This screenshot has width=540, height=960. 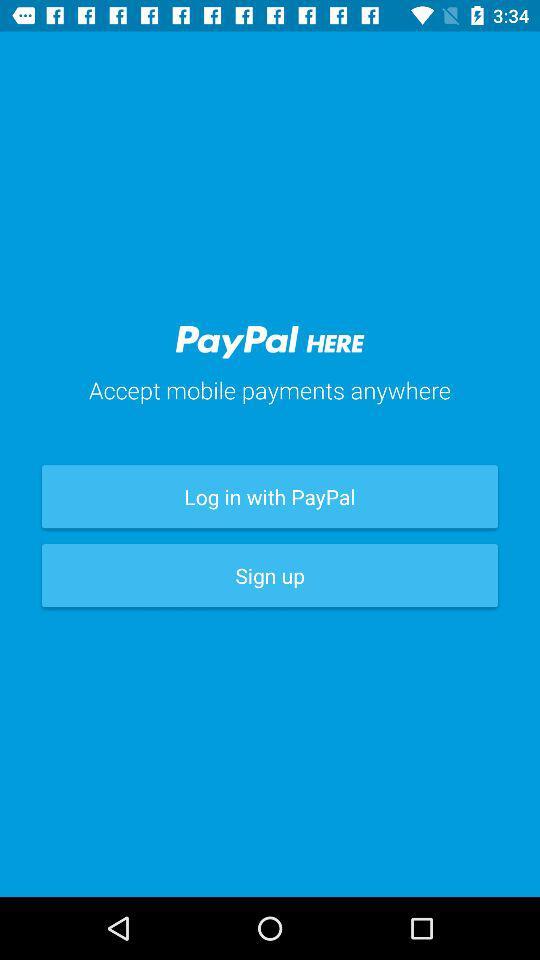 What do you see at coordinates (270, 495) in the screenshot?
I see `the icon above sign up item` at bounding box center [270, 495].